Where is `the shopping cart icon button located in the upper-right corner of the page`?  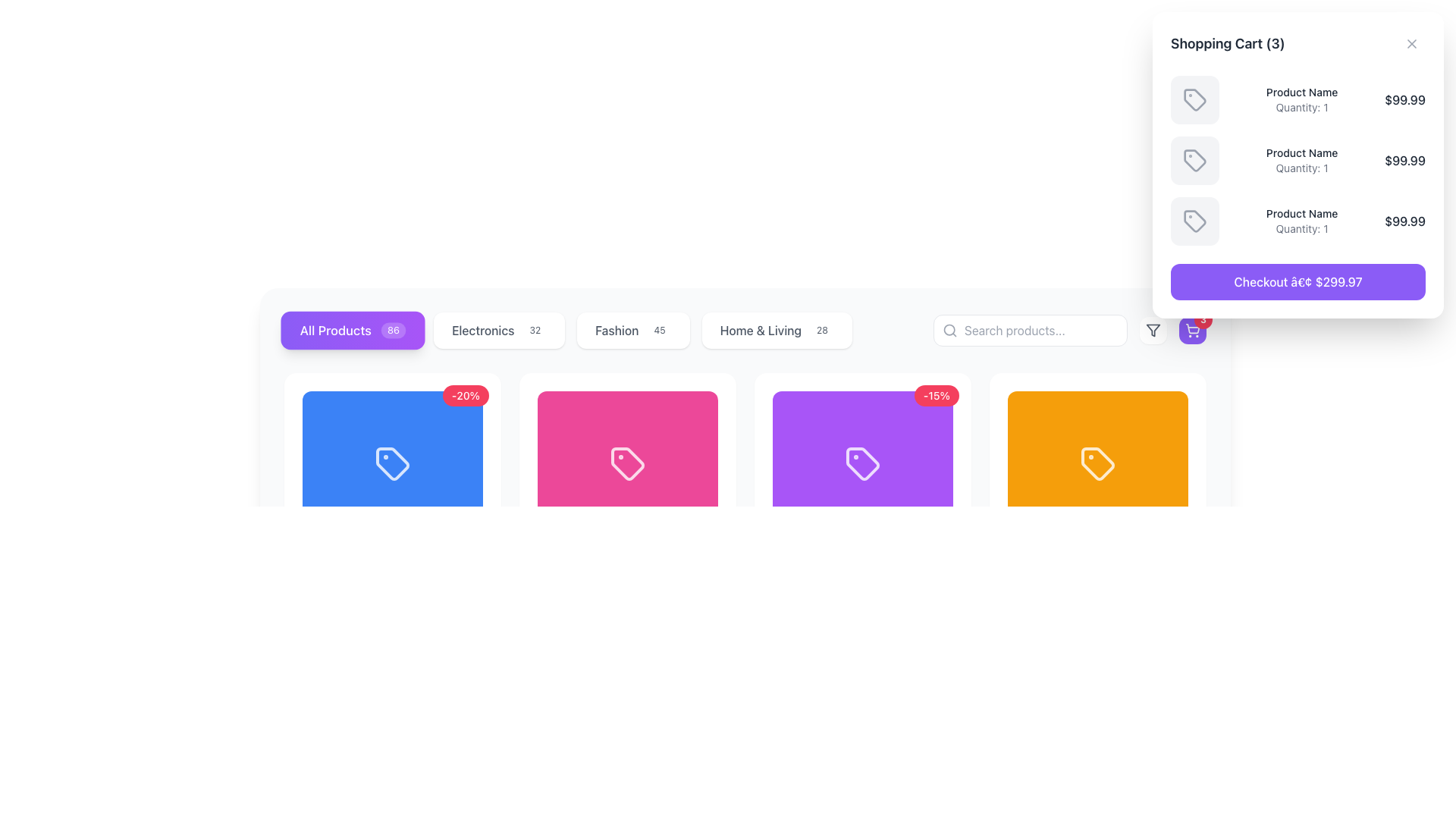
the shopping cart icon button located in the upper-right corner of the page is located at coordinates (1192, 329).